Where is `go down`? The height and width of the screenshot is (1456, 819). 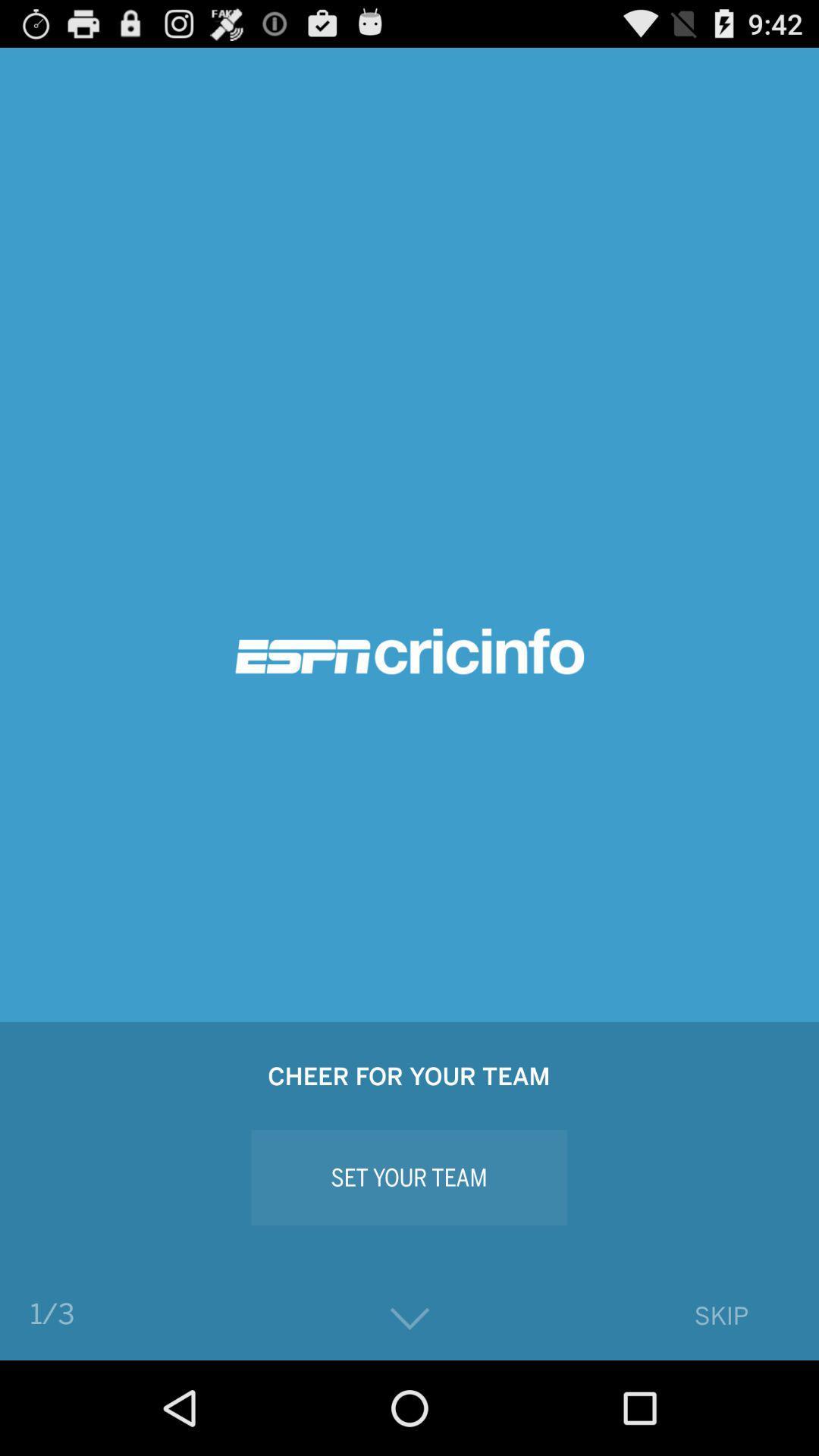 go down is located at coordinates (409, 1318).